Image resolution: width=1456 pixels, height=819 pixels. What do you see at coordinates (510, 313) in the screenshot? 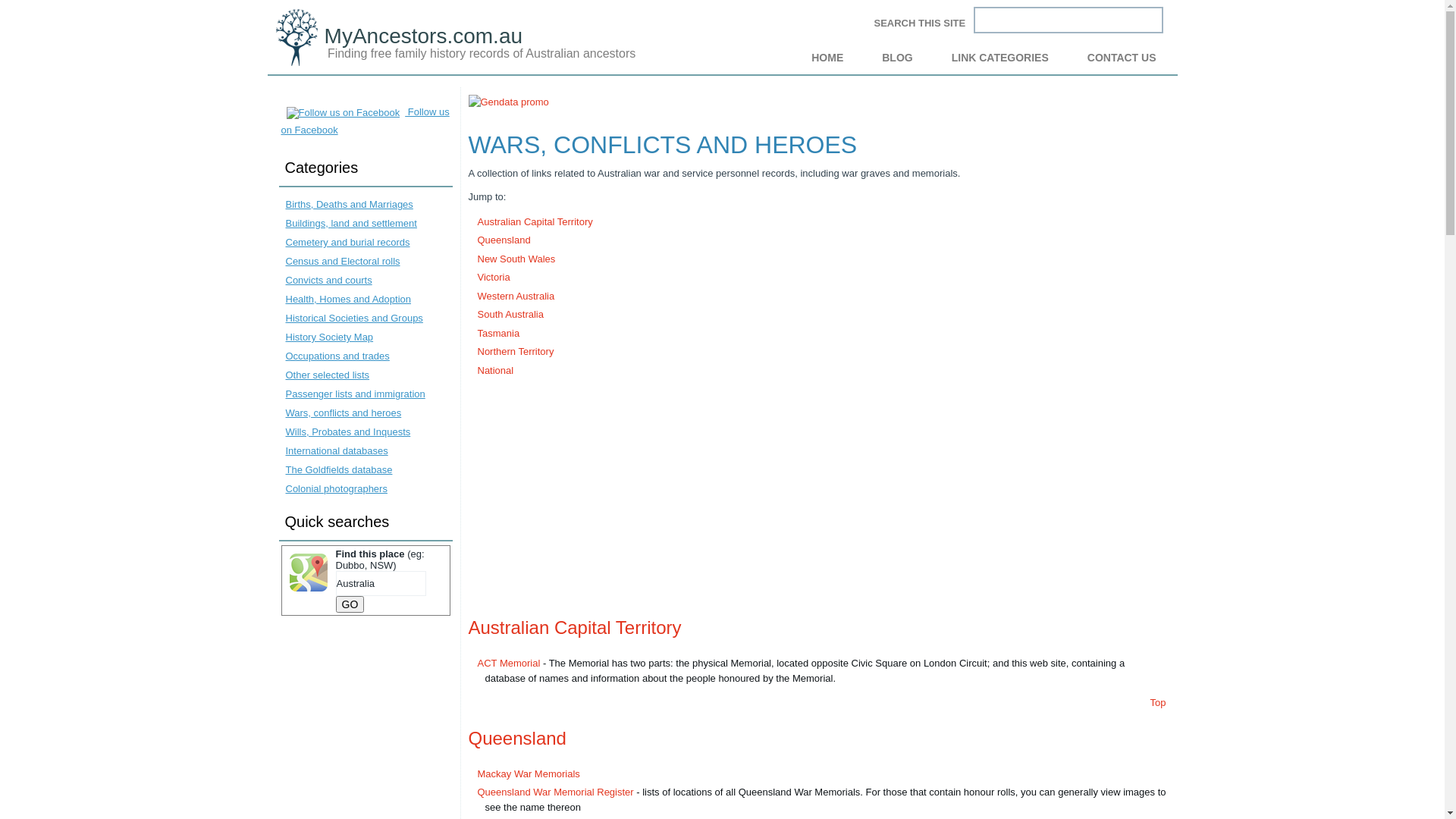
I see `'South Australia'` at bounding box center [510, 313].